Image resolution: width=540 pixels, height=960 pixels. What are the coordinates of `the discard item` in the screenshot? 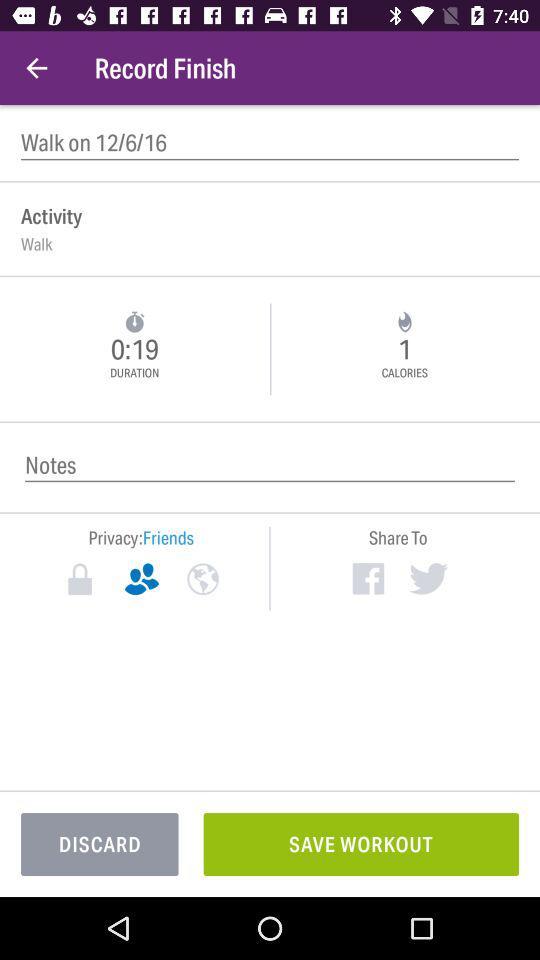 It's located at (98, 843).